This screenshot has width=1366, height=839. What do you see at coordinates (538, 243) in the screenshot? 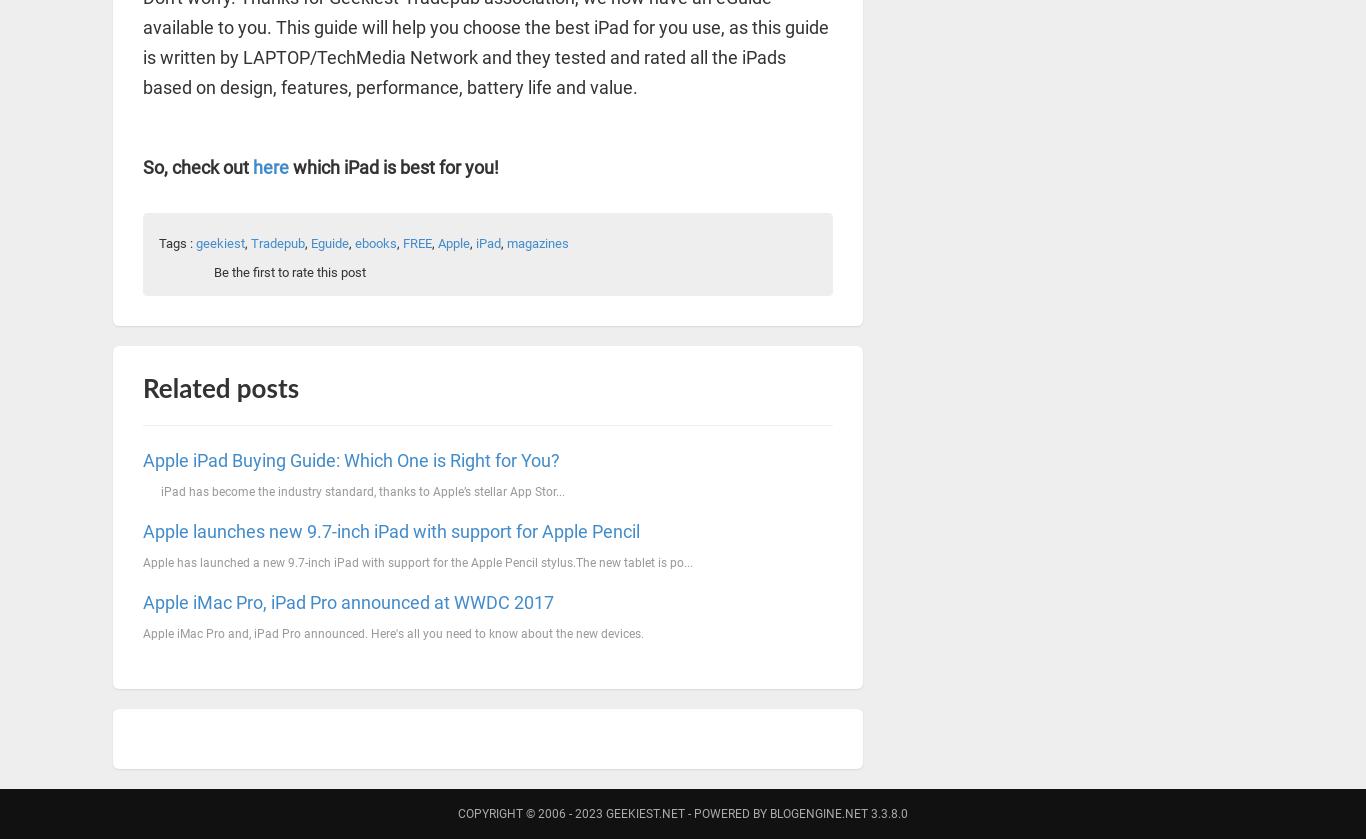
I see `'magazines'` at bounding box center [538, 243].